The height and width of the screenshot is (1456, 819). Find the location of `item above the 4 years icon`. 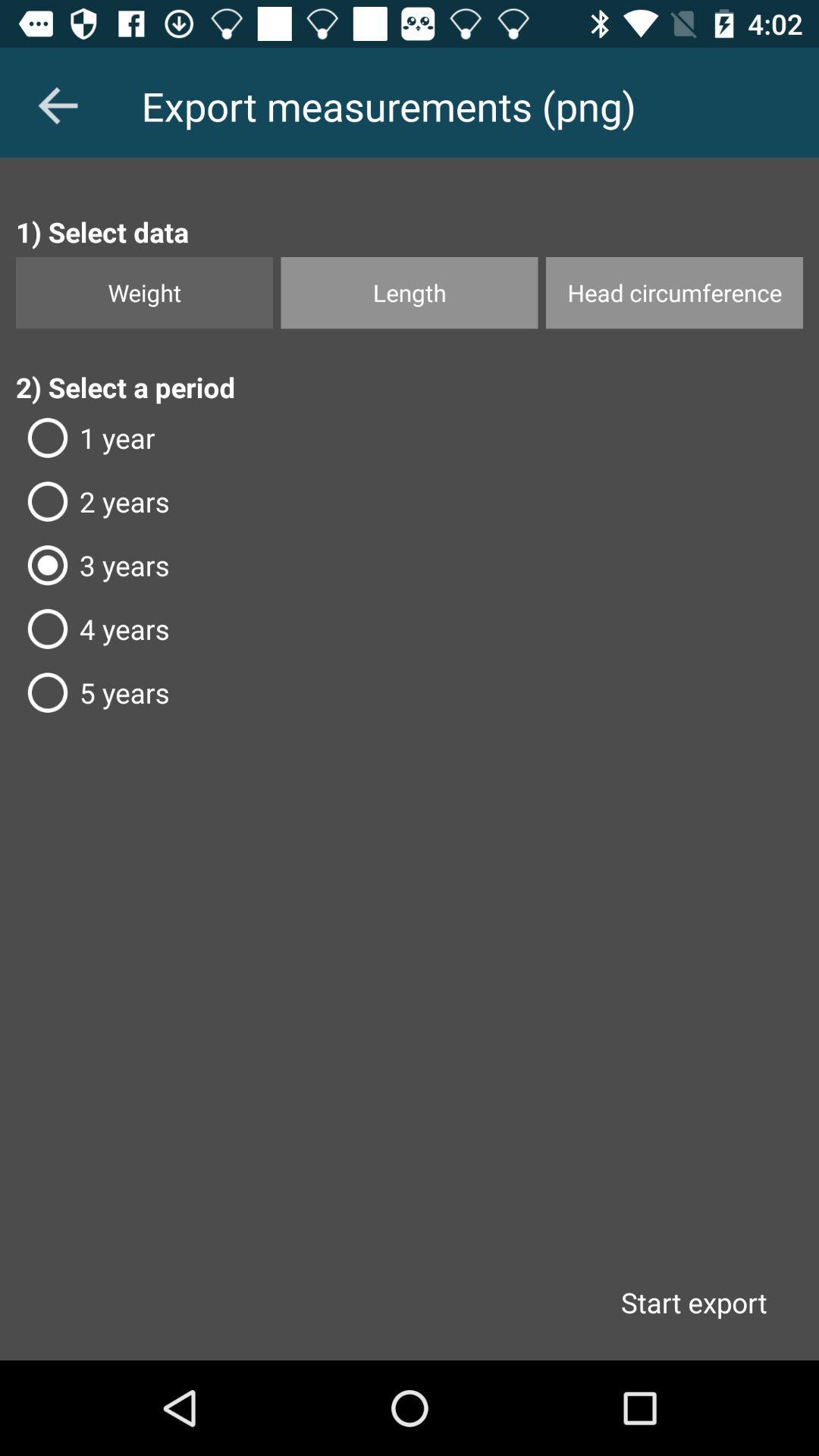

item above the 4 years icon is located at coordinates (409, 564).